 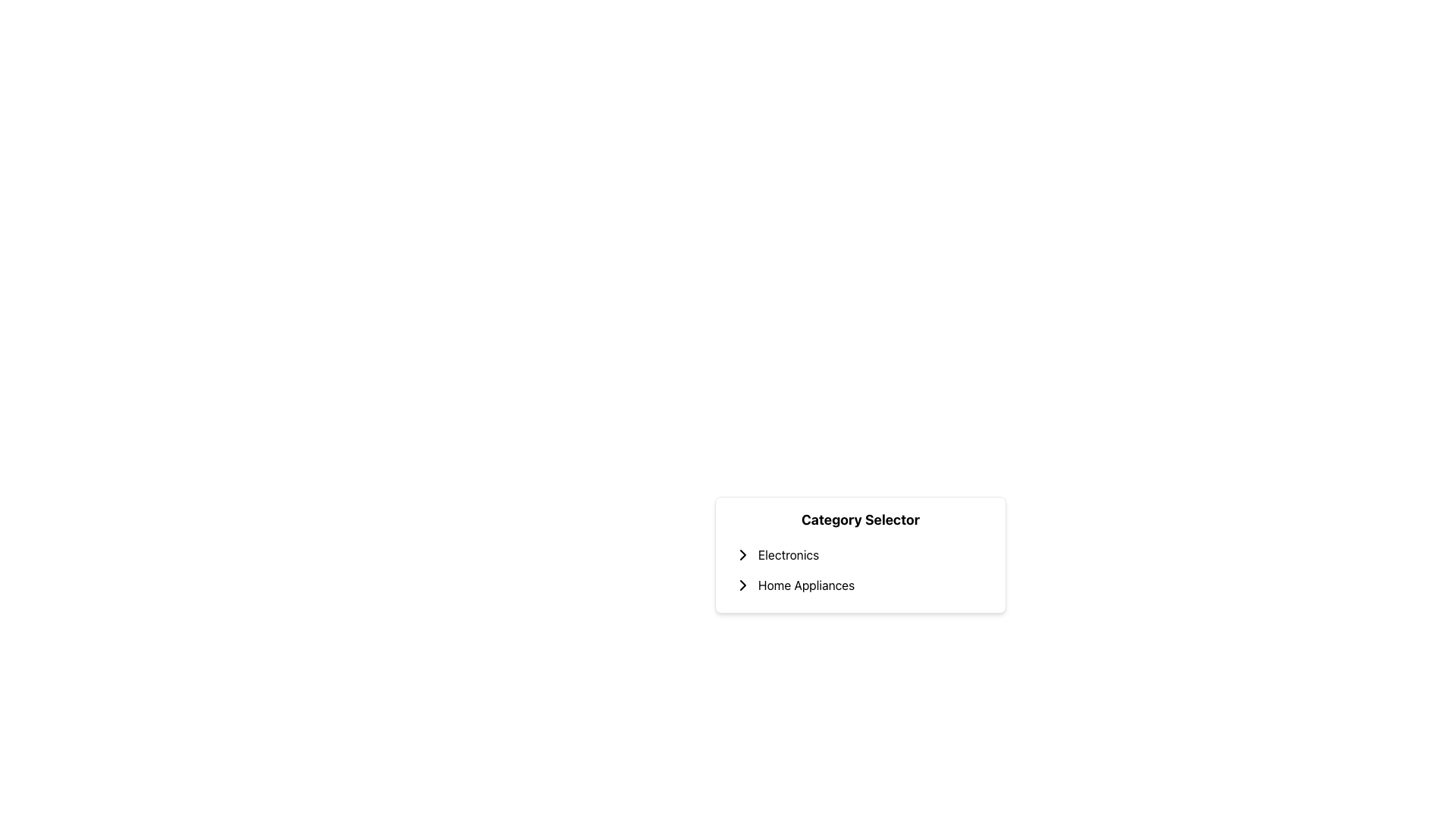 I want to click on the second item in the vertical list labeled 'Home Appliances', so click(x=860, y=584).